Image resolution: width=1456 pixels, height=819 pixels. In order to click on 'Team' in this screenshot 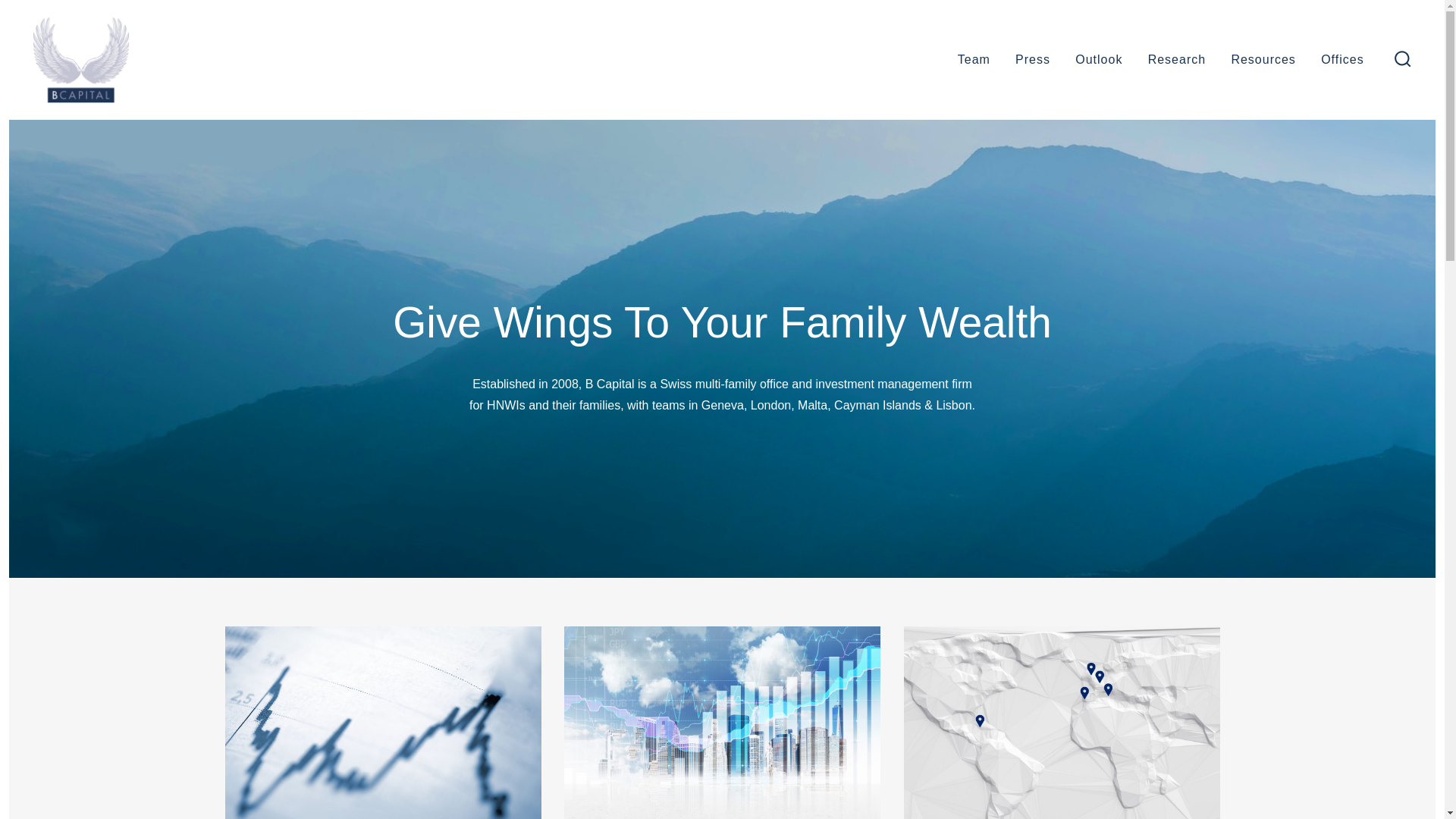, I will do `click(974, 59)`.